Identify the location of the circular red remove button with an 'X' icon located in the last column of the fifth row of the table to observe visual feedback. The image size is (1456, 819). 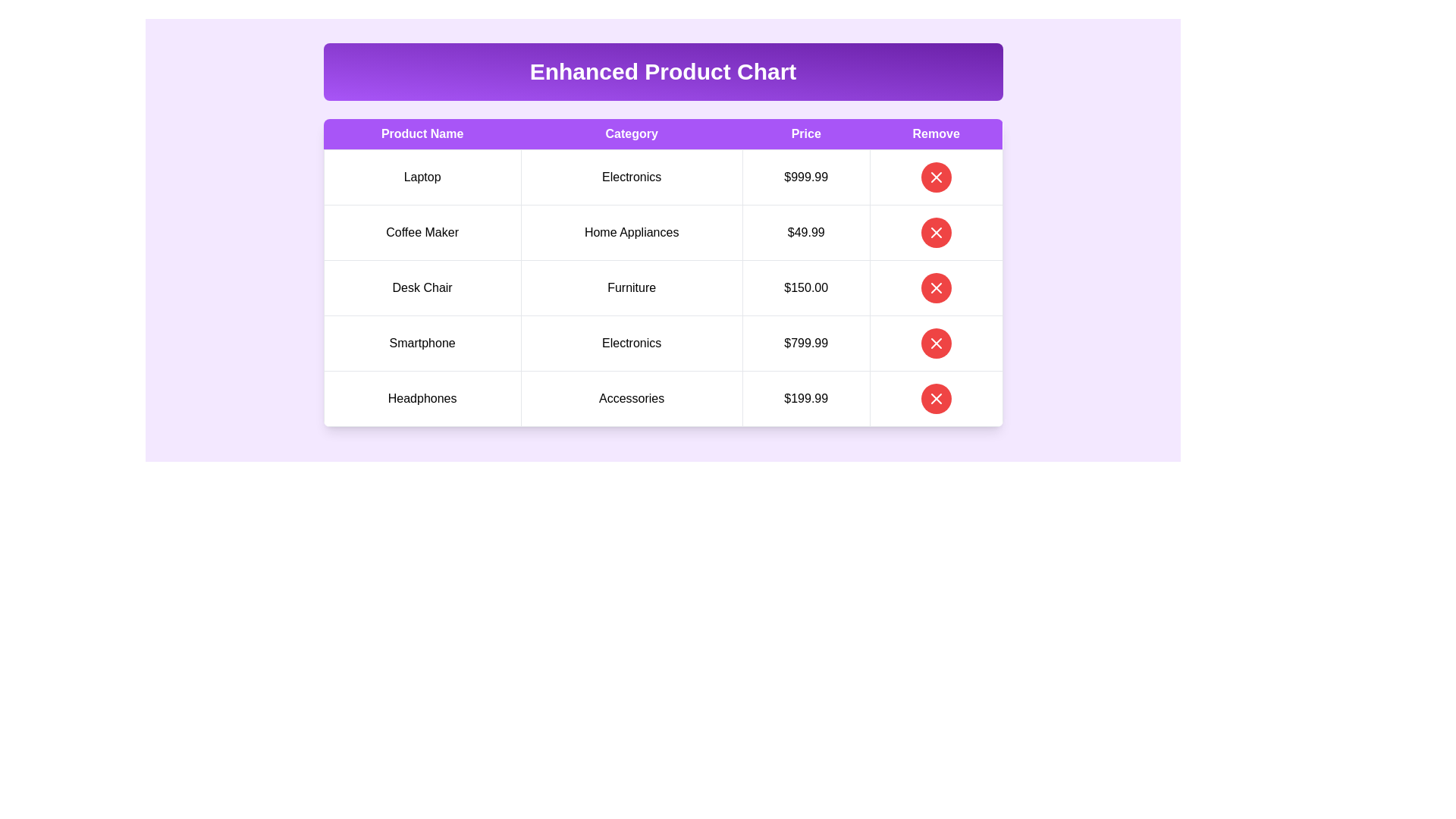
(935, 397).